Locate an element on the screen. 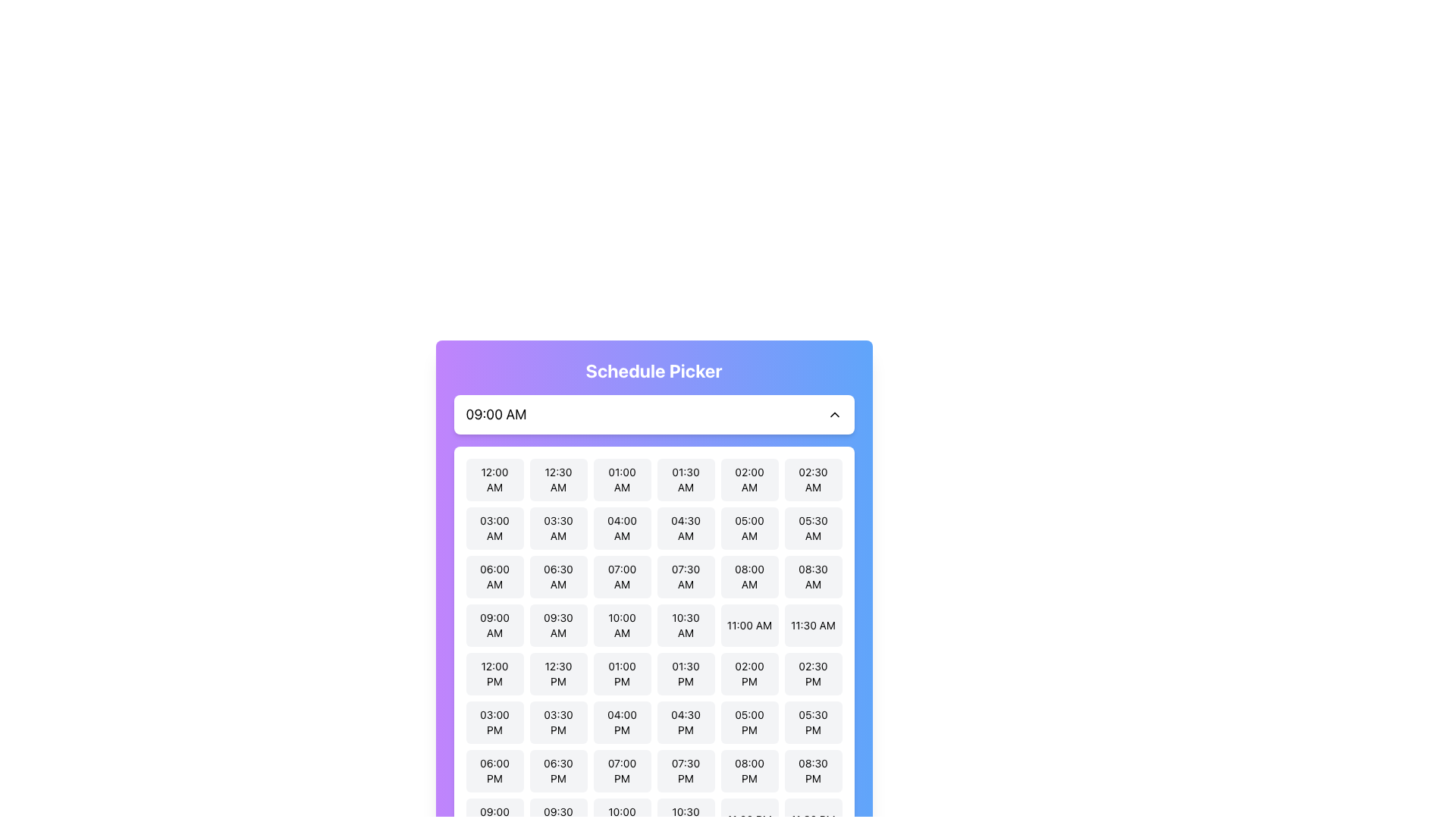  the Time slot button is located at coordinates (749, 673).